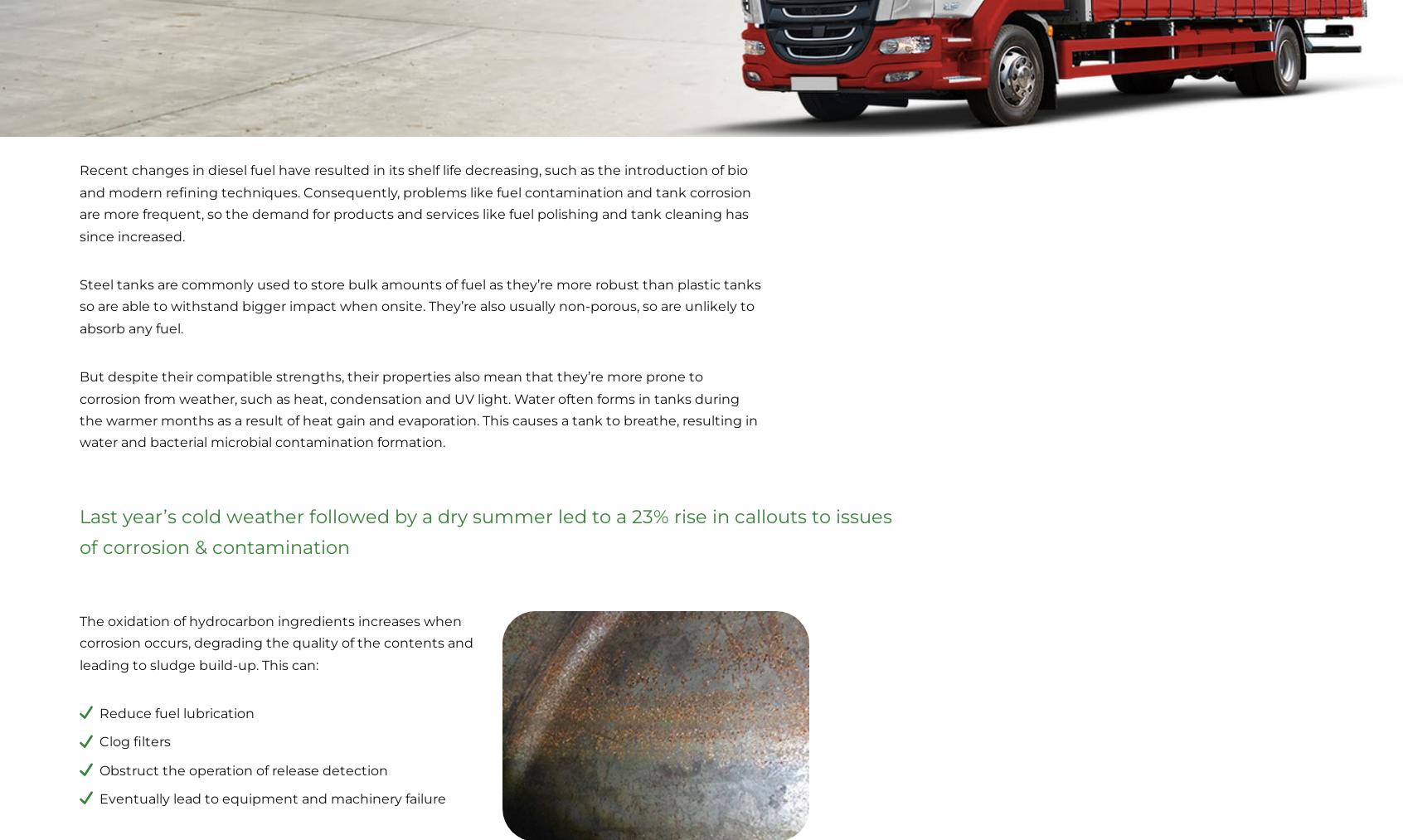  I want to click on 'Waste Oil Collection', so click(77, 698).